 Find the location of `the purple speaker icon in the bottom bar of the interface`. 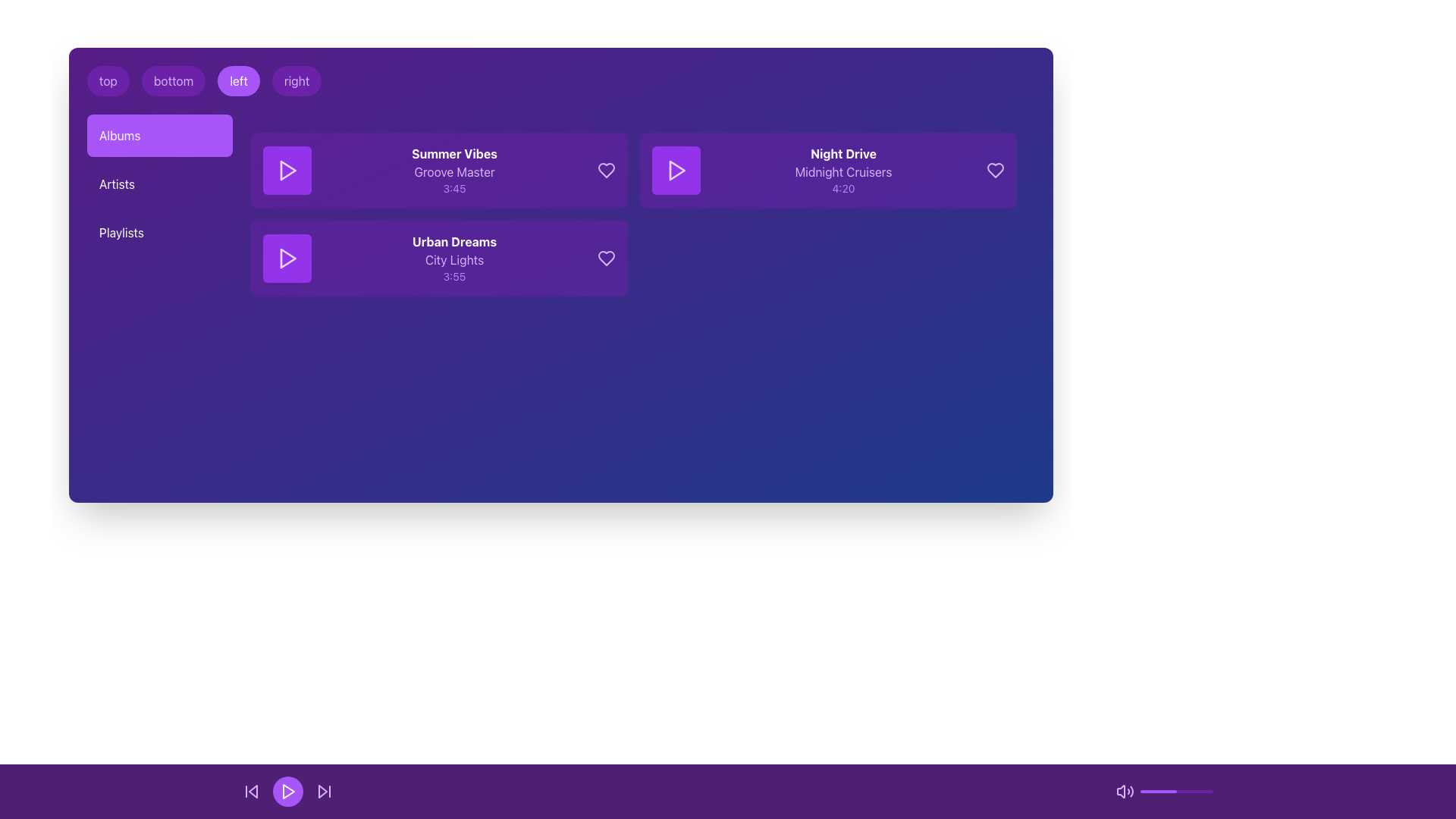

the purple speaker icon in the bottom bar of the interface is located at coordinates (1125, 791).